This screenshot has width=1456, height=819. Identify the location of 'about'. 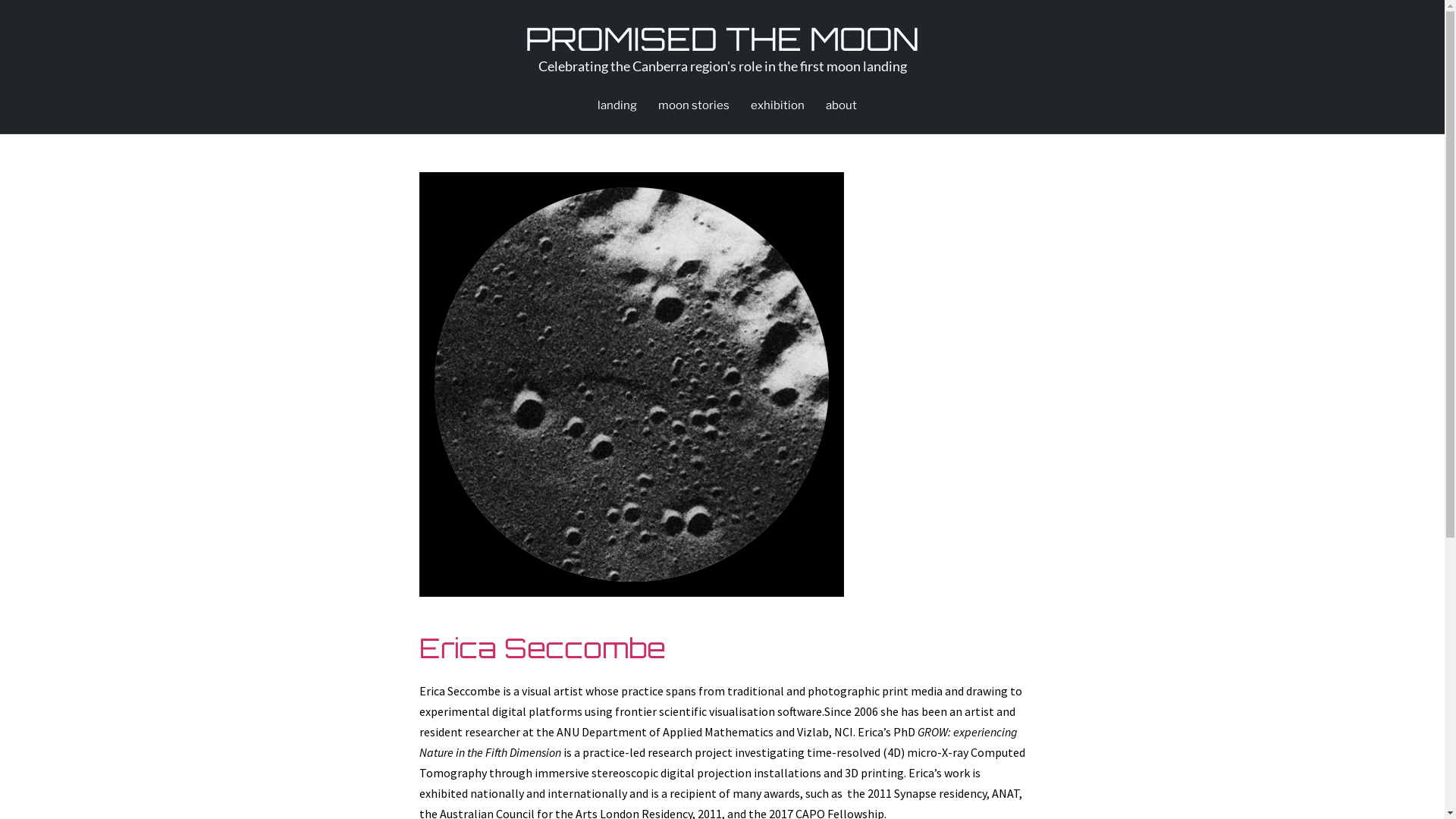
(839, 104).